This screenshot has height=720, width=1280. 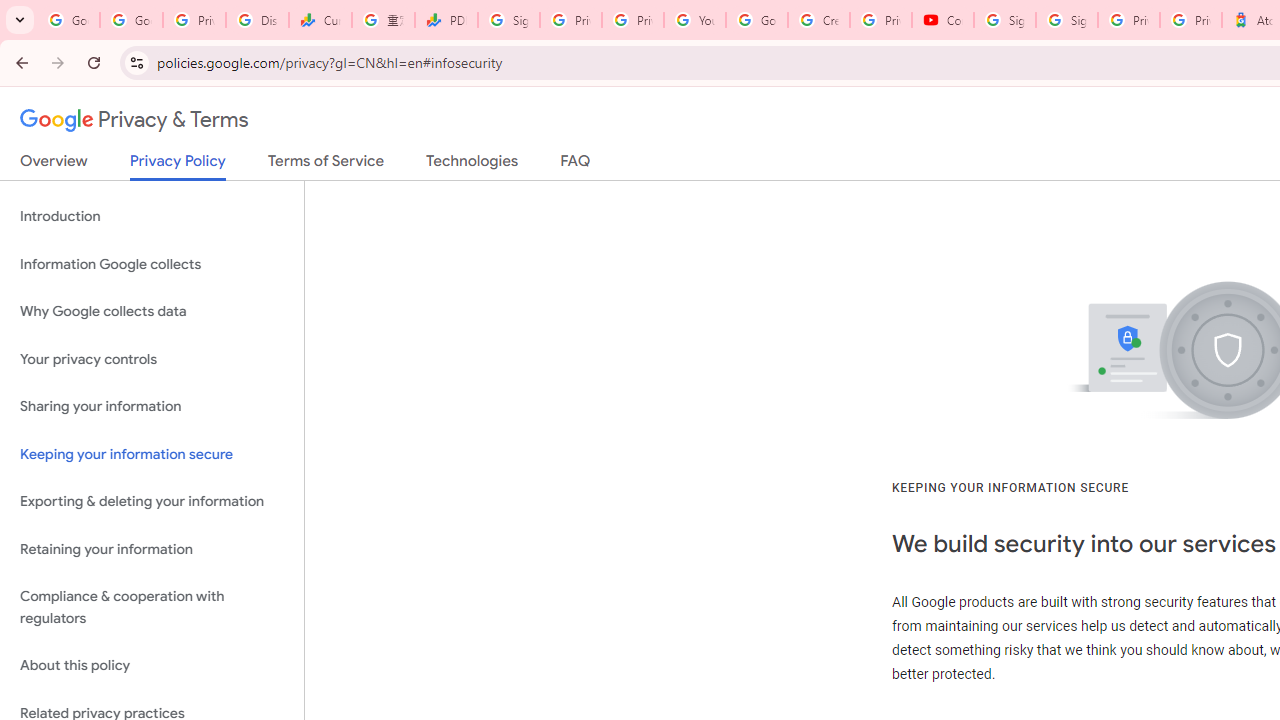 I want to click on 'Retaining your information', so click(x=151, y=549).